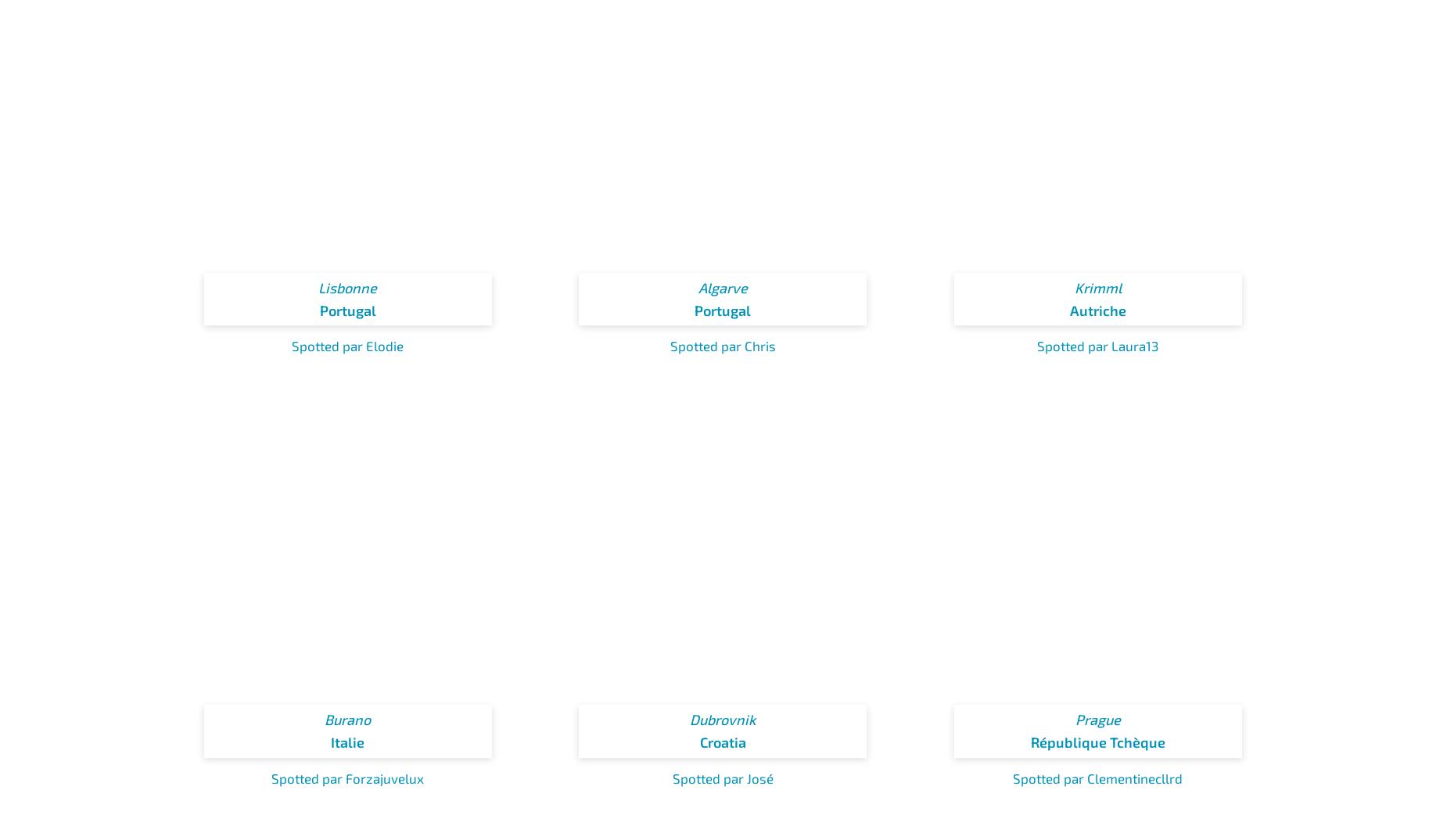 This screenshot has height=840, width=1447. What do you see at coordinates (671, 776) in the screenshot?
I see `'Spotted par José'` at bounding box center [671, 776].